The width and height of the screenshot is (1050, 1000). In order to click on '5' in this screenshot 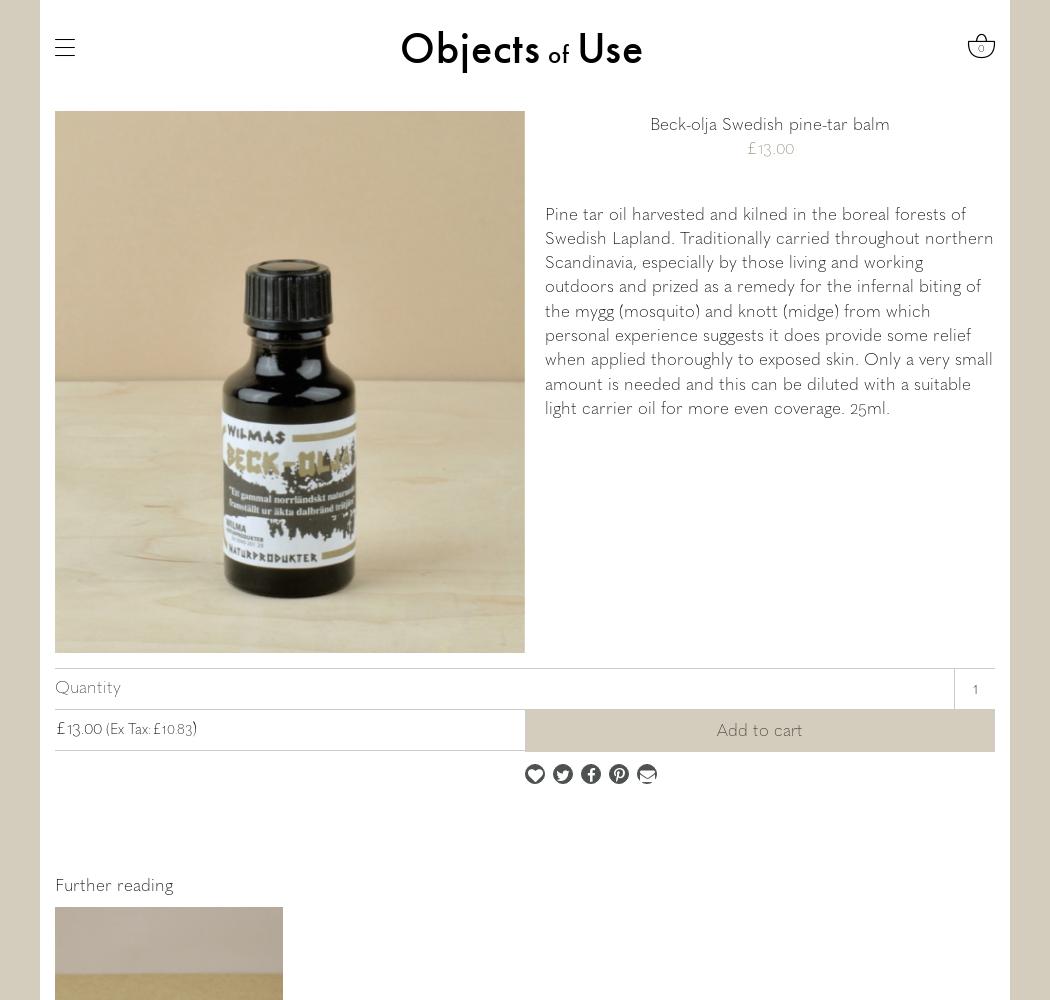, I will do `click(862, 407)`.